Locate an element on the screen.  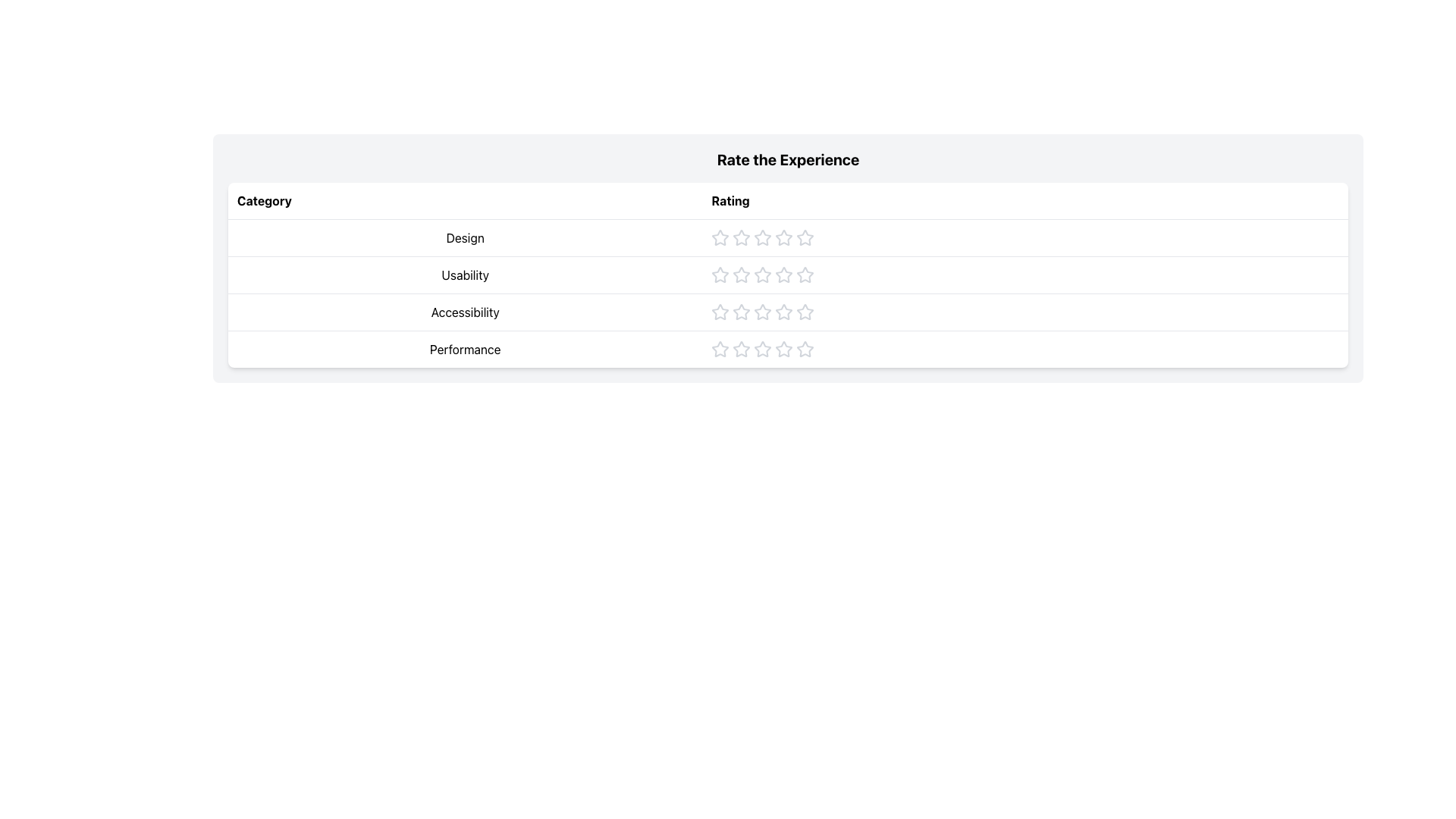
the fifth star-shaped Rating Star Icon with a gray outline and hollow interior in the horizontal row of rating icons for the 'Design' category is located at coordinates (805, 237).